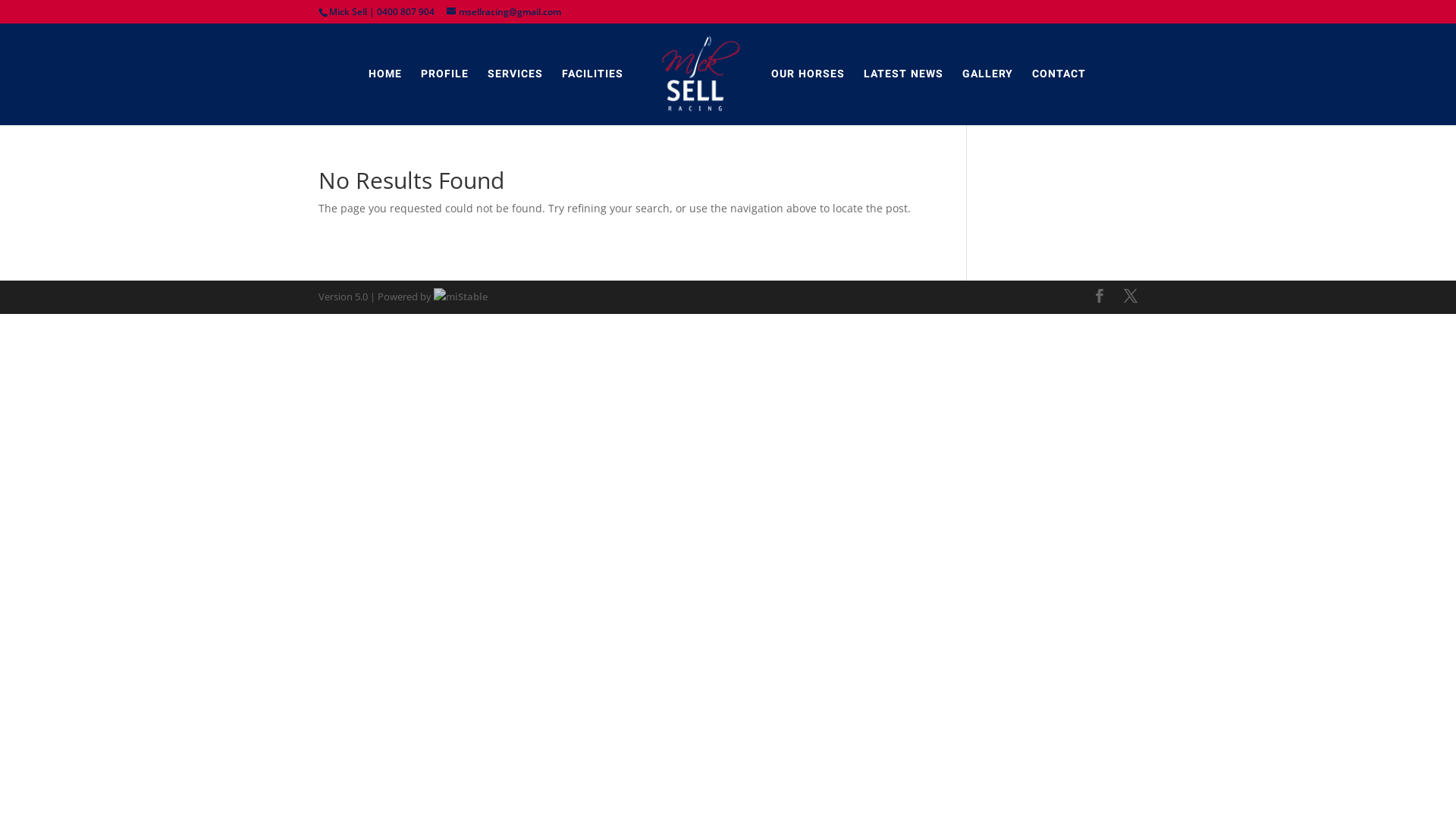 The width and height of the screenshot is (1456, 819). I want to click on 'GALLERY', so click(987, 74).